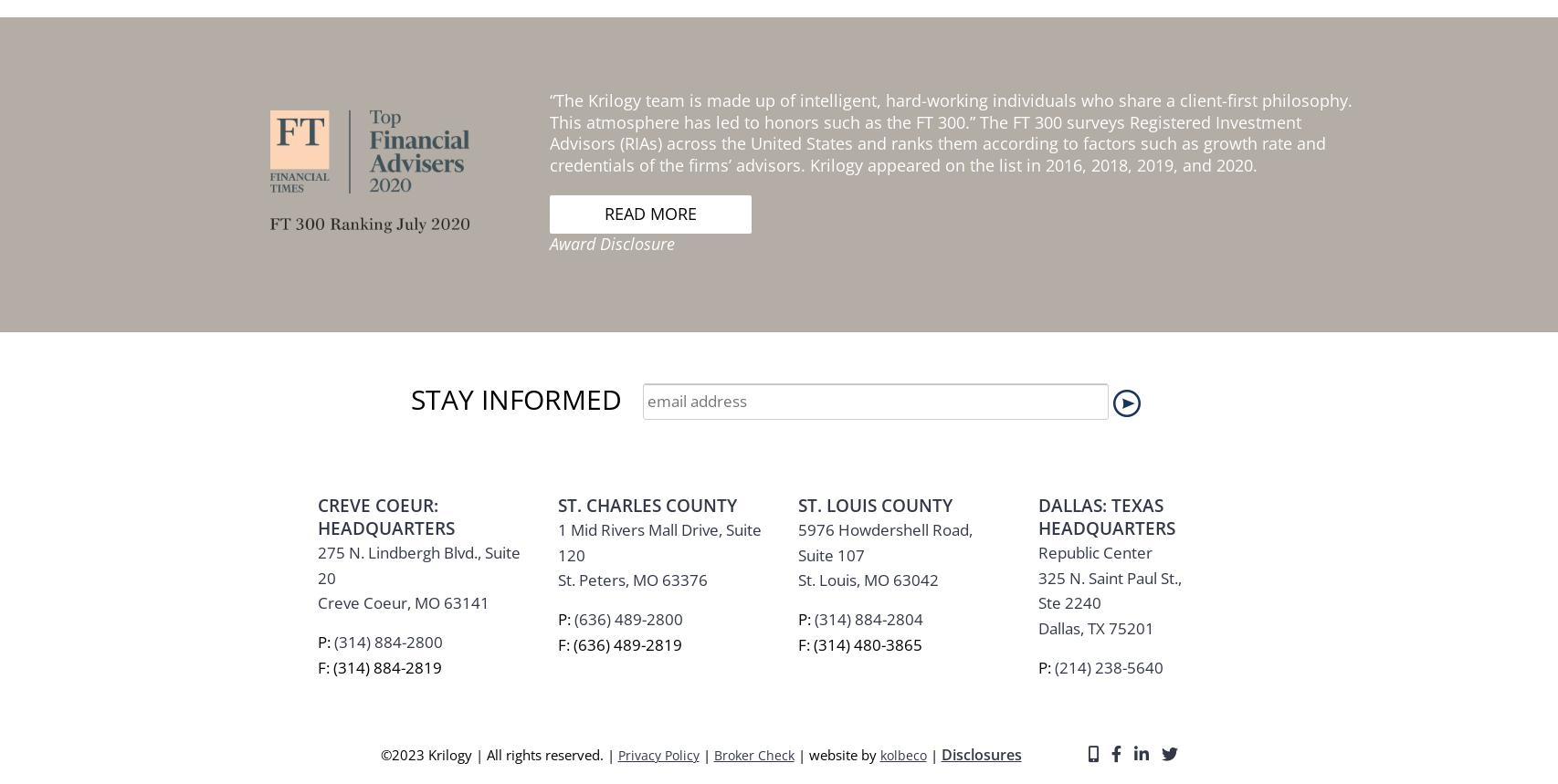 The width and height of the screenshot is (1558, 784). I want to click on '©2023 Krilogy  |  All rights reserved.  |', so click(497, 273).